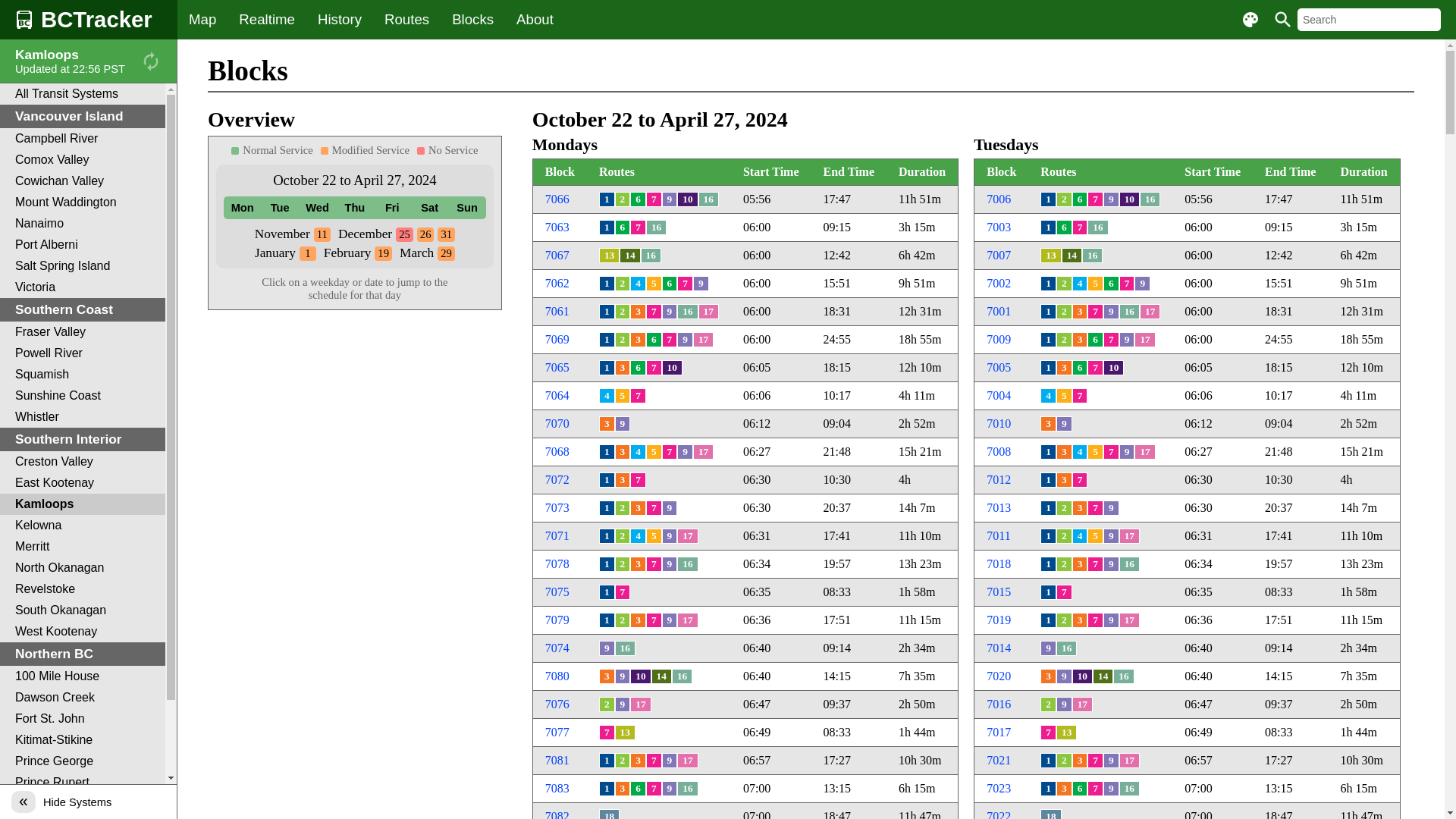 This screenshot has width=1456, height=819. I want to click on '7', so click(654, 508).